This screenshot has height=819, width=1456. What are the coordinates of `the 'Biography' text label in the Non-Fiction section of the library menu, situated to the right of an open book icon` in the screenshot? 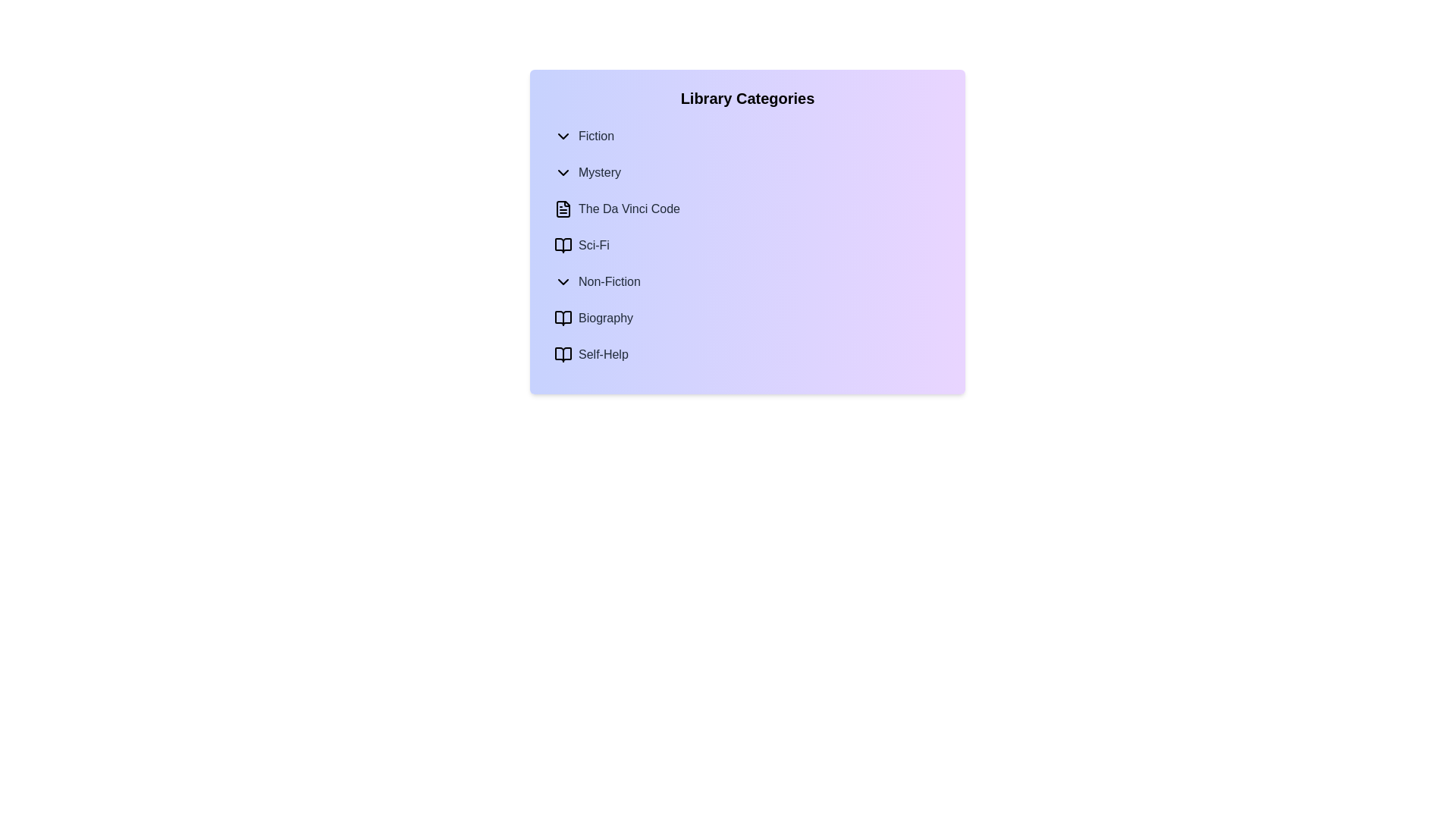 It's located at (605, 318).